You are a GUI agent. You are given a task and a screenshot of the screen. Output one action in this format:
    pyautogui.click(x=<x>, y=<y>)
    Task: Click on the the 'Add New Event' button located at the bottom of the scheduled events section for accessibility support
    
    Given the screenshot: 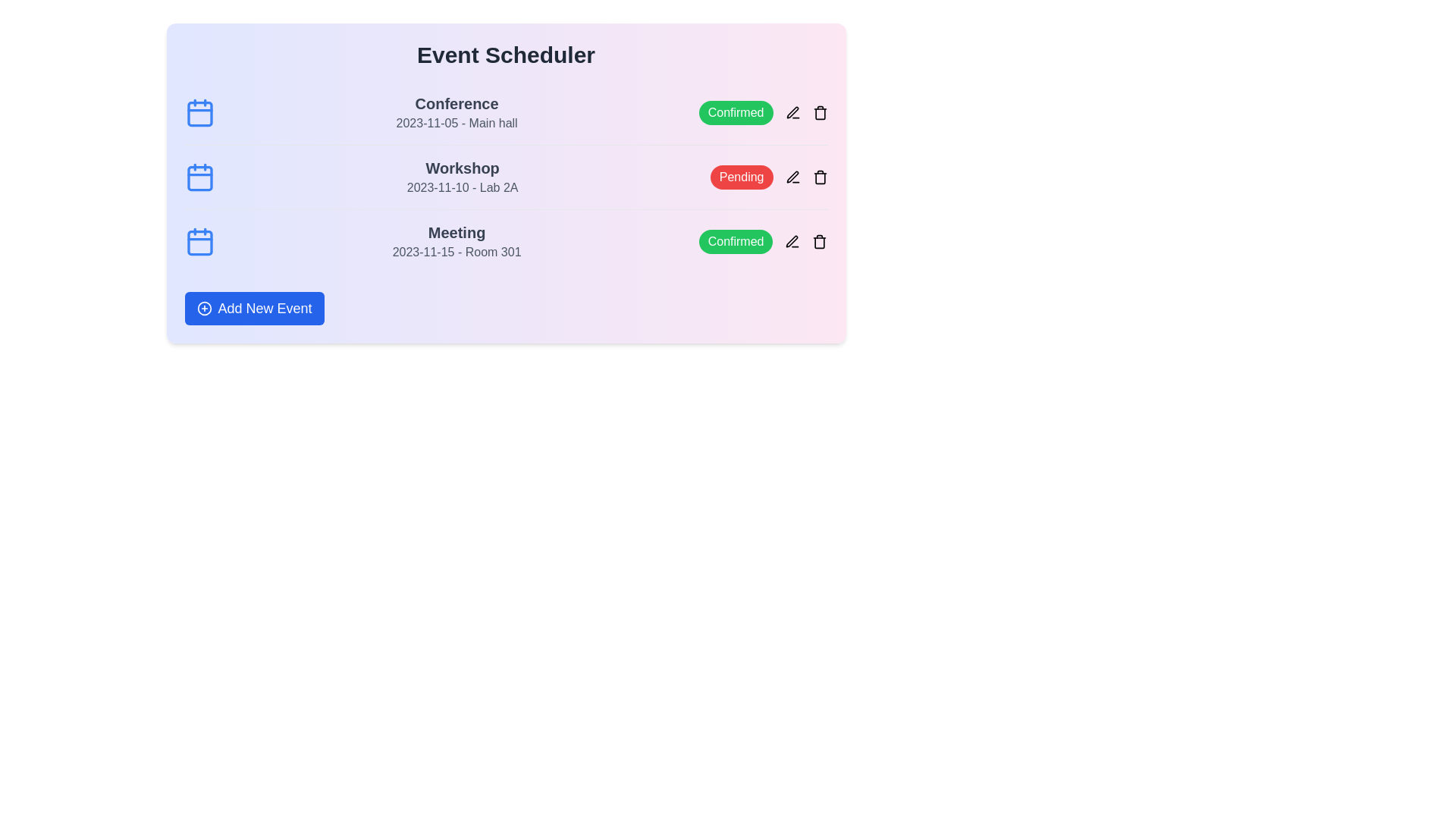 What is the action you would take?
    pyautogui.click(x=254, y=308)
    